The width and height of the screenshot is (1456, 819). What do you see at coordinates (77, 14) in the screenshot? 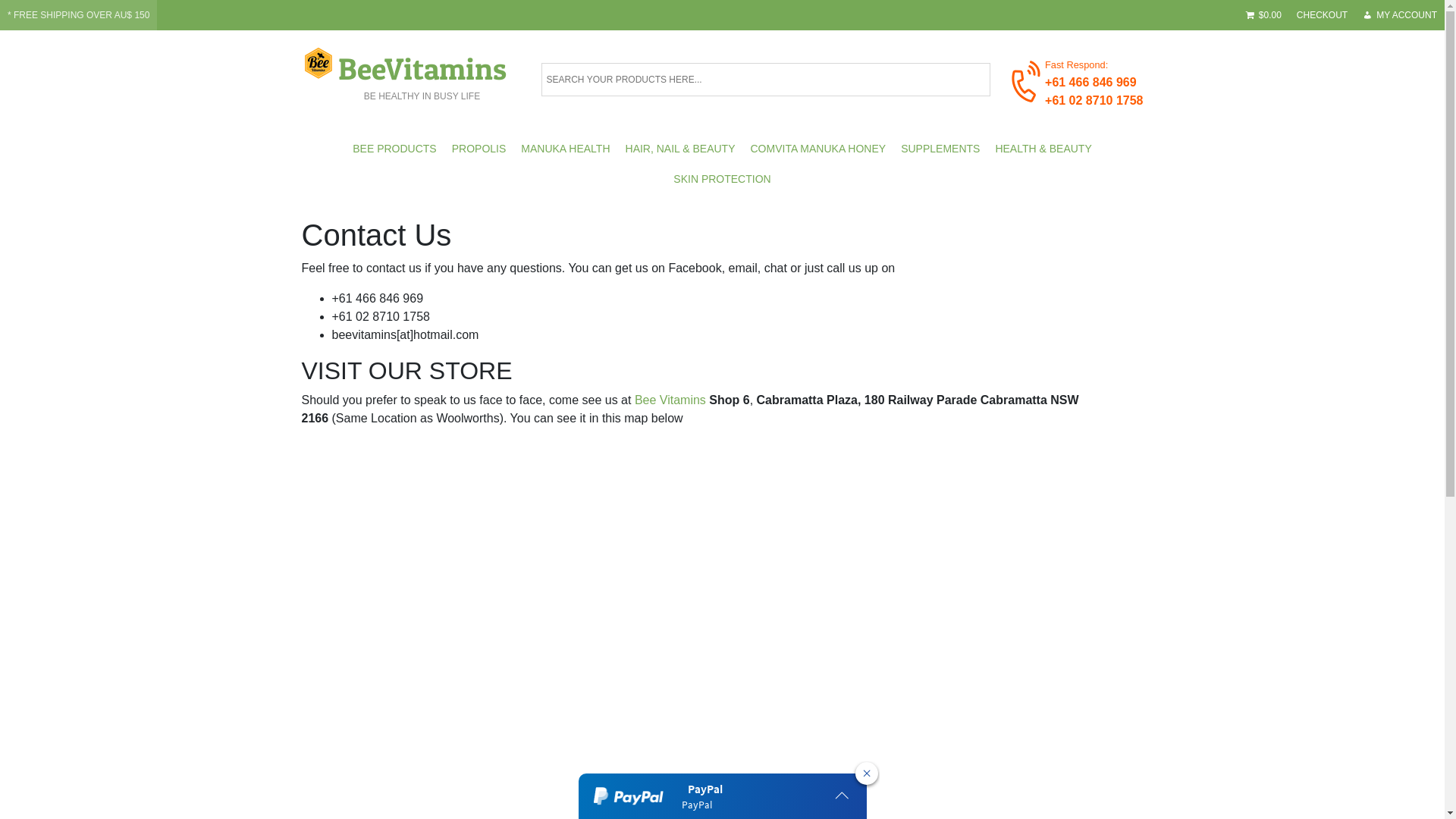
I see `'* FREE SHIPPING OVER AU$ 150'` at bounding box center [77, 14].